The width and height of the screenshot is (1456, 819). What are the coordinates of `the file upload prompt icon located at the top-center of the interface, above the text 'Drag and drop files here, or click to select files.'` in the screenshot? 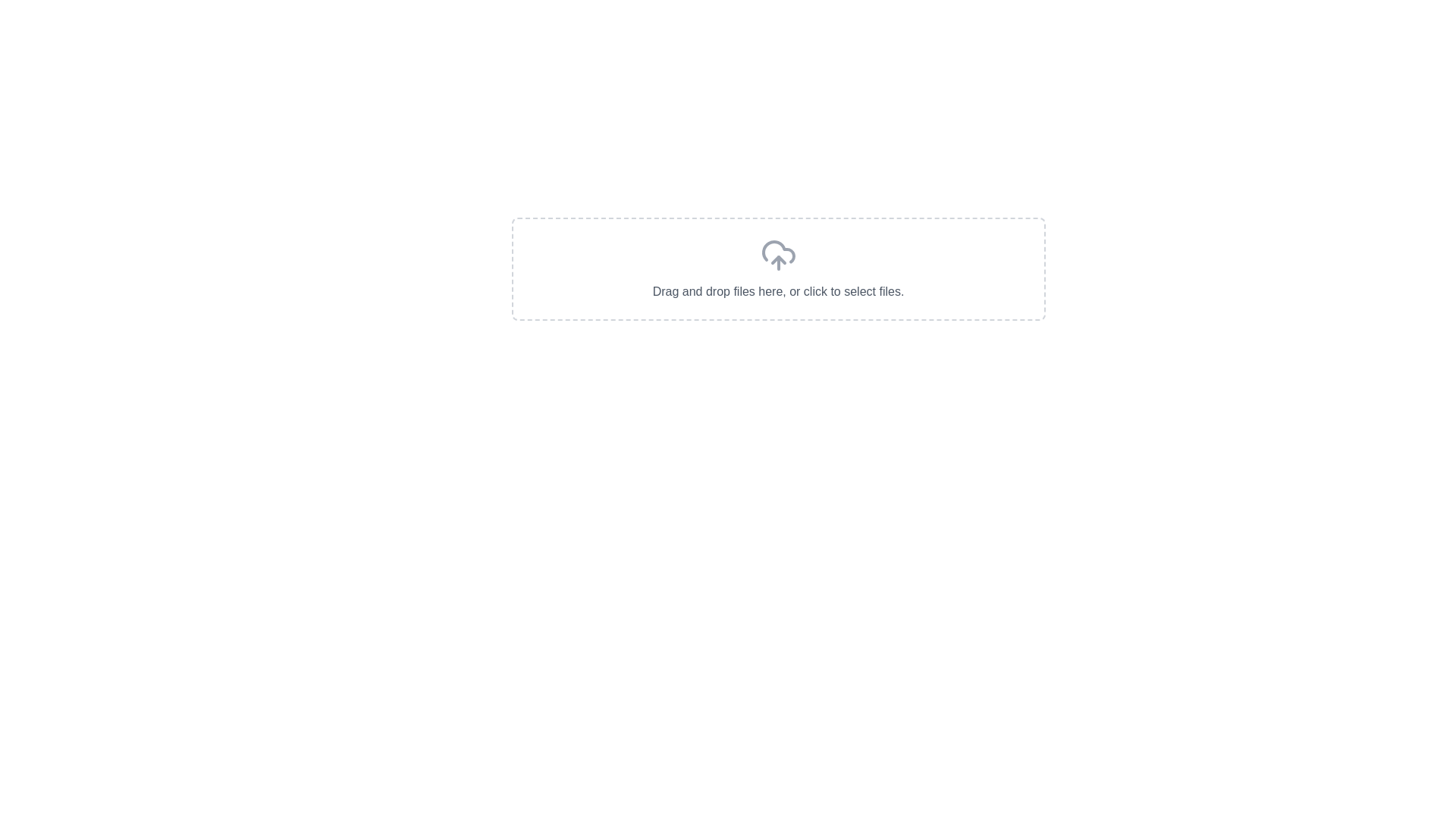 It's located at (778, 254).